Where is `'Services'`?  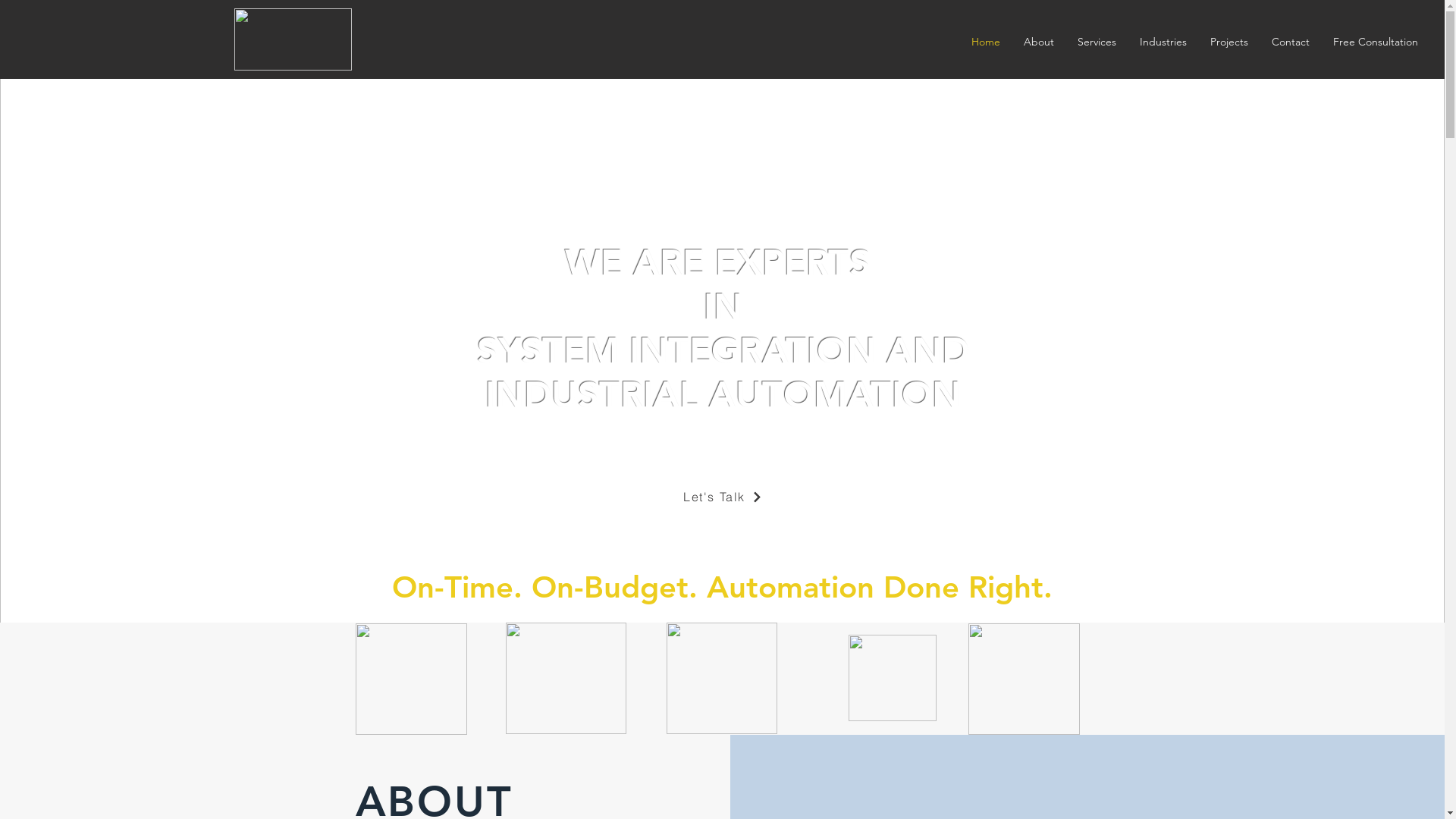
'Services' is located at coordinates (1096, 41).